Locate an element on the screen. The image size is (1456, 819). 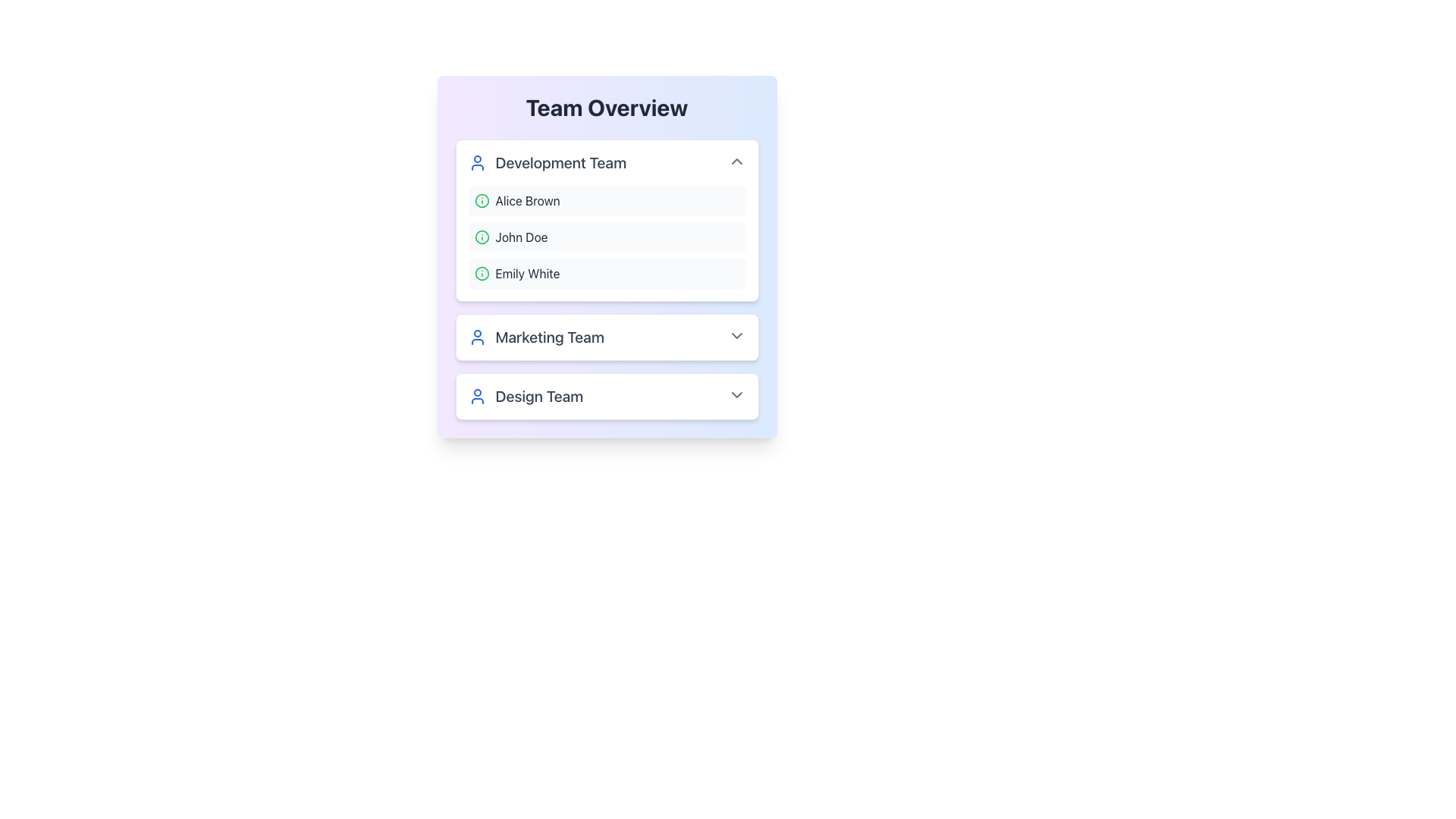
the upward-pointing chevron icon button located in the upper-right corner of the 'Development Team' section to emphasize the control is located at coordinates (736, 161).